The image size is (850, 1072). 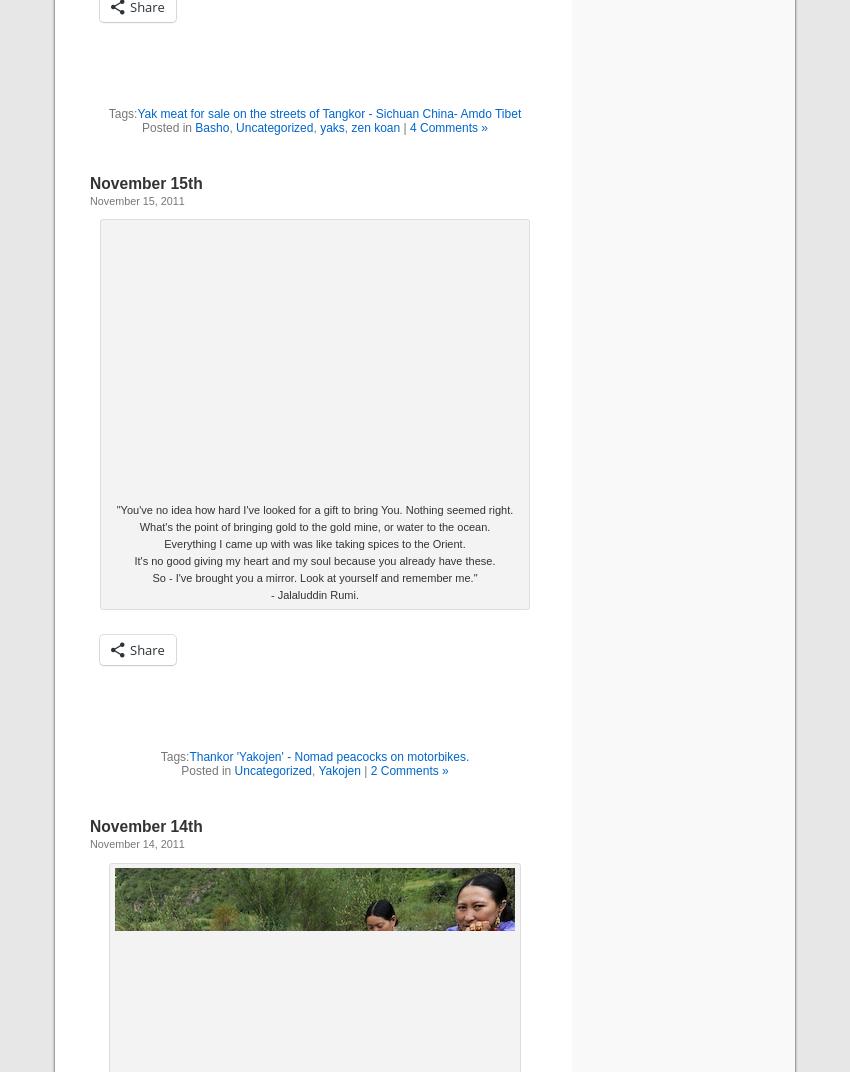 What do you see at coordinates (210, 127) in the screenshot?
I see `'Basho'` at bounding box center [210, 127].